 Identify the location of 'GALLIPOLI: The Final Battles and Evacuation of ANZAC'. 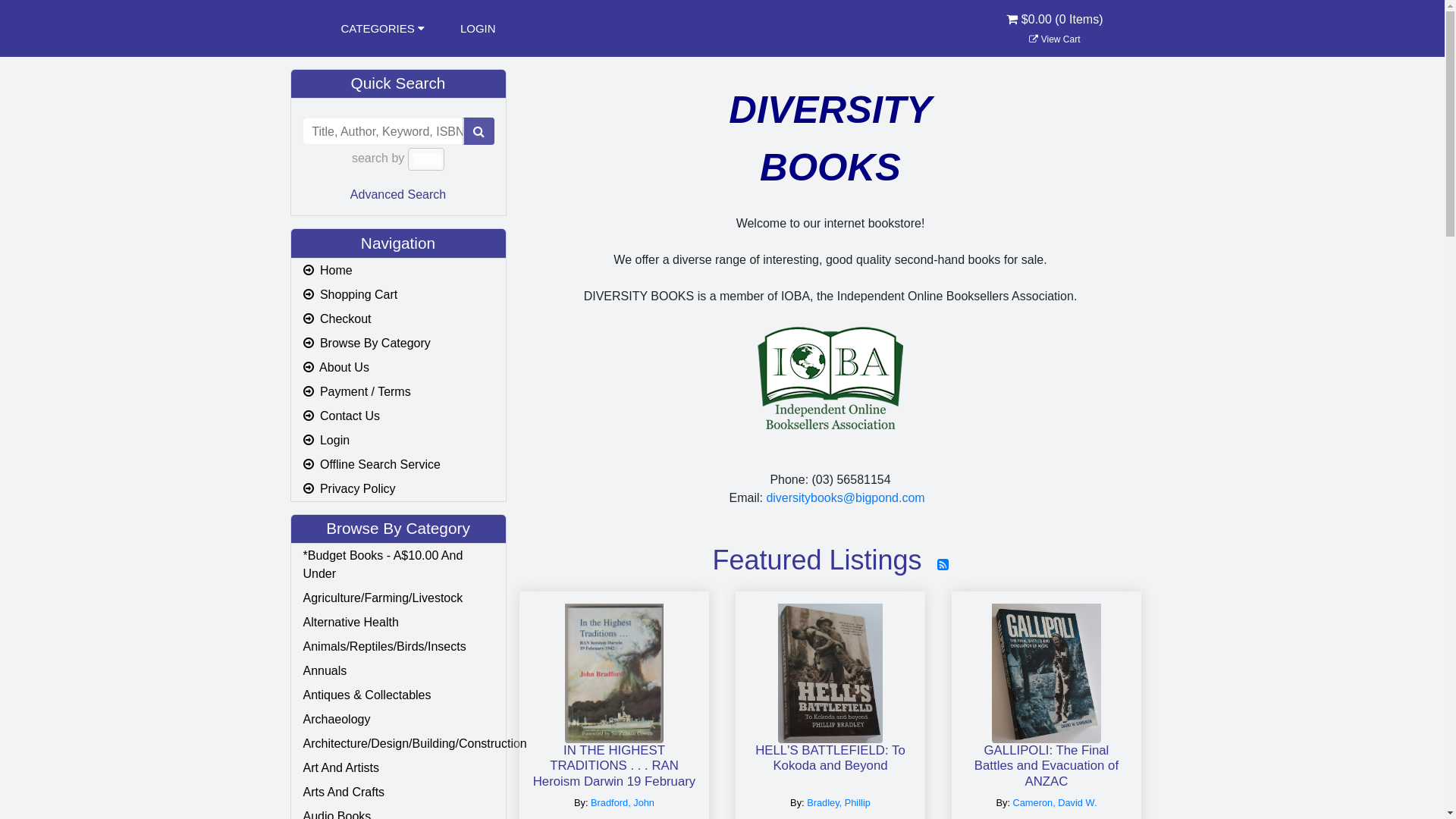
(1045, 666).